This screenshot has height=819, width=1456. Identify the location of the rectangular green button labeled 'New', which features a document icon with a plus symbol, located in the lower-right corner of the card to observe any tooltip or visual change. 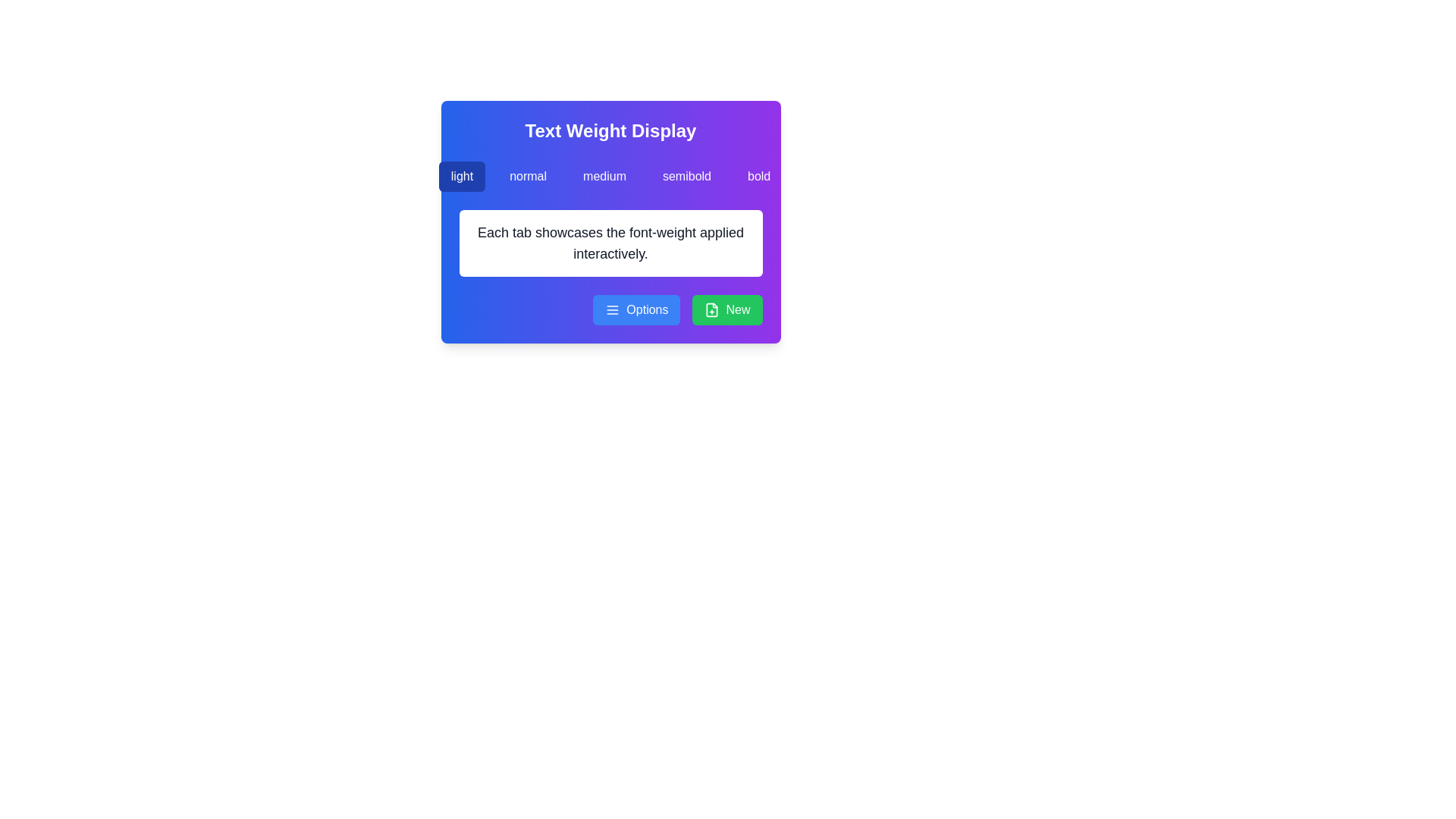
(726, 309).